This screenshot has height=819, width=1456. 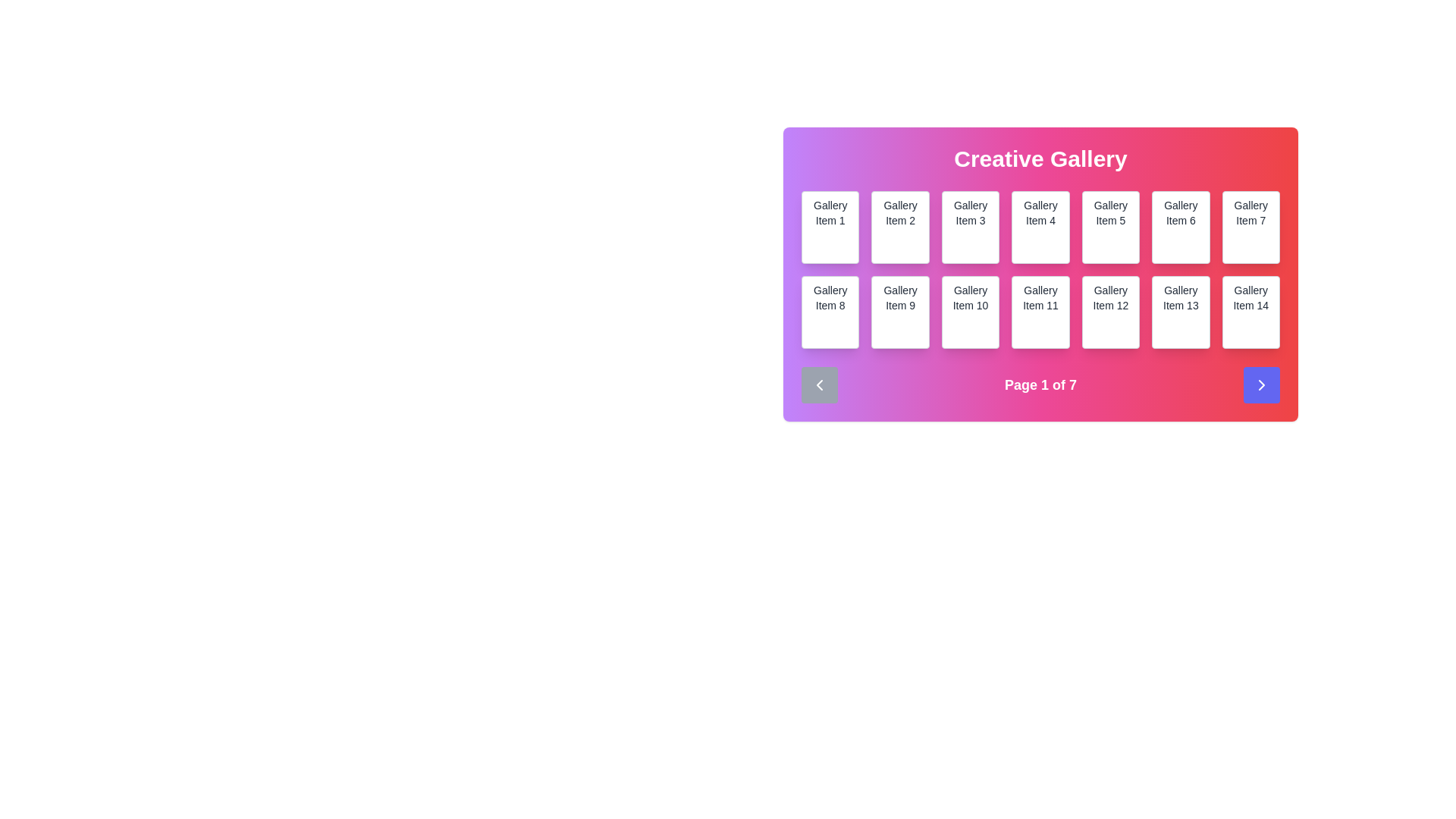 I want to click on the gallery item card located in the second column of the first row in the grid layout under the 'Creative Gallery' heading to trigger visual effects, so click(x=900, y=227).